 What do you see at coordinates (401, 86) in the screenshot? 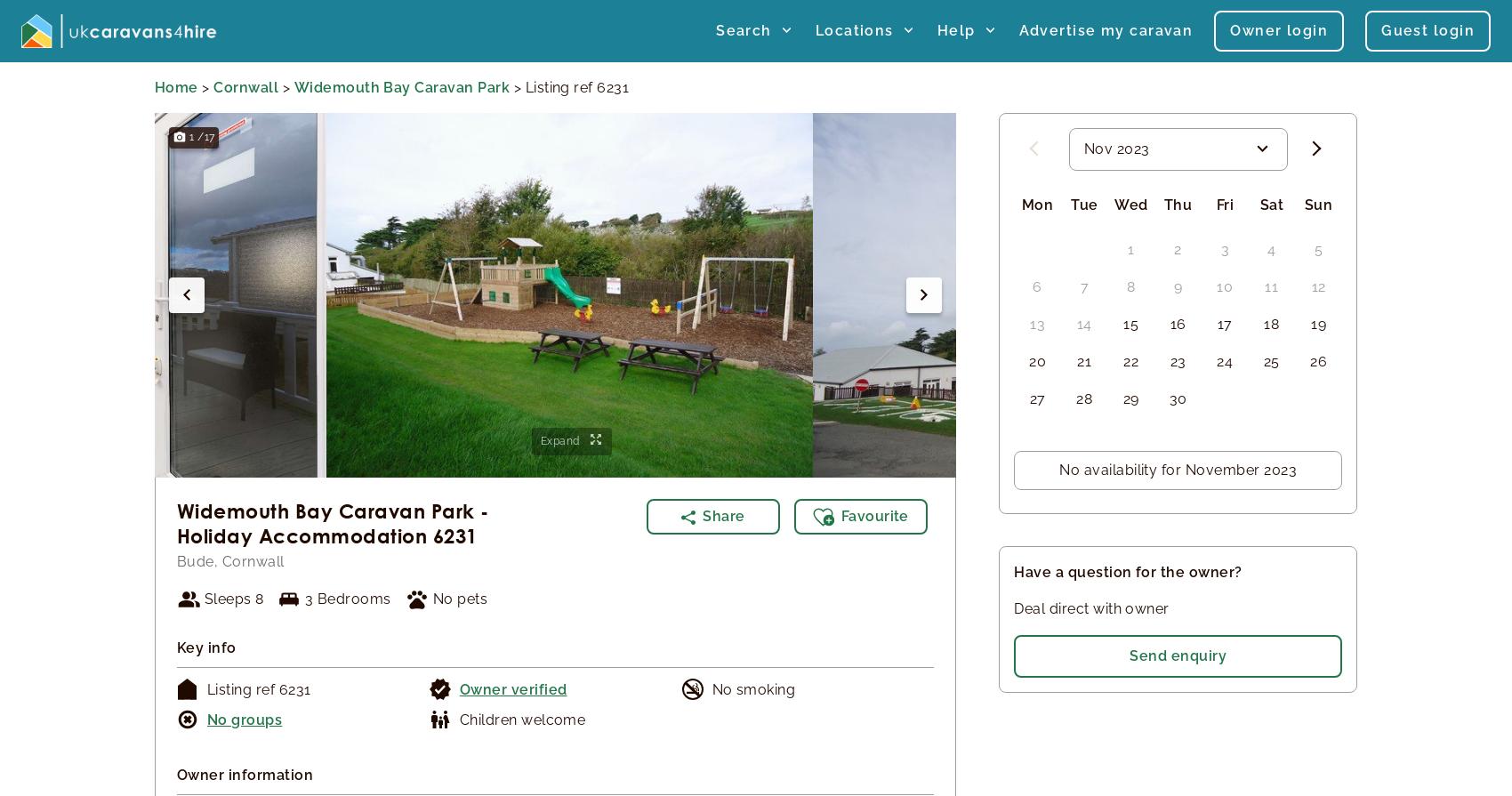
I see `'Widemouth Bay Caravan Park'` at bounding box center [401, 86].